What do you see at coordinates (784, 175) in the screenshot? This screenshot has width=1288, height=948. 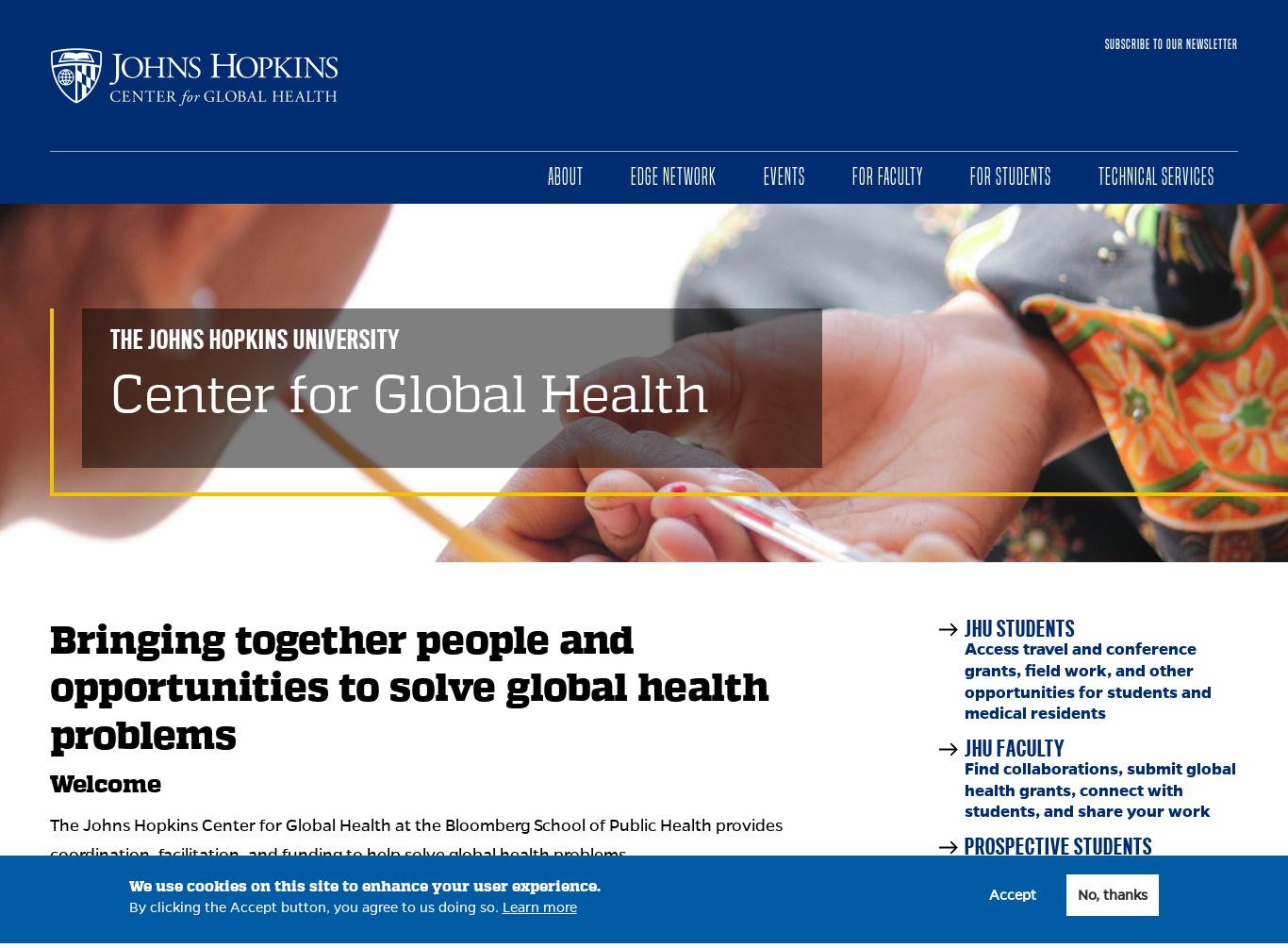 I see `'Events'` at bounding box center [784, 175].